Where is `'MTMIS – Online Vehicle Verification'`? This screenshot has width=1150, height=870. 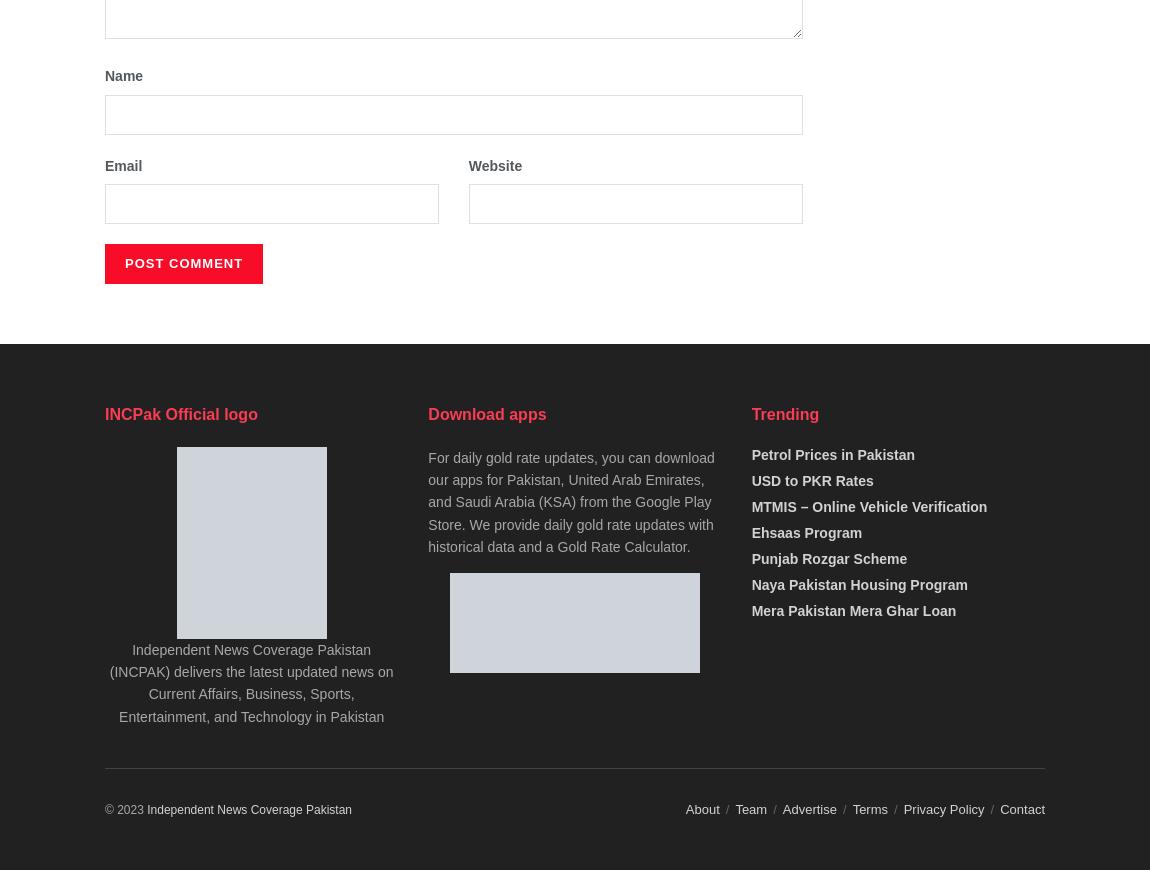 'MTMIS – Online Vehicle Verification' is located at coordinates (869, 504).